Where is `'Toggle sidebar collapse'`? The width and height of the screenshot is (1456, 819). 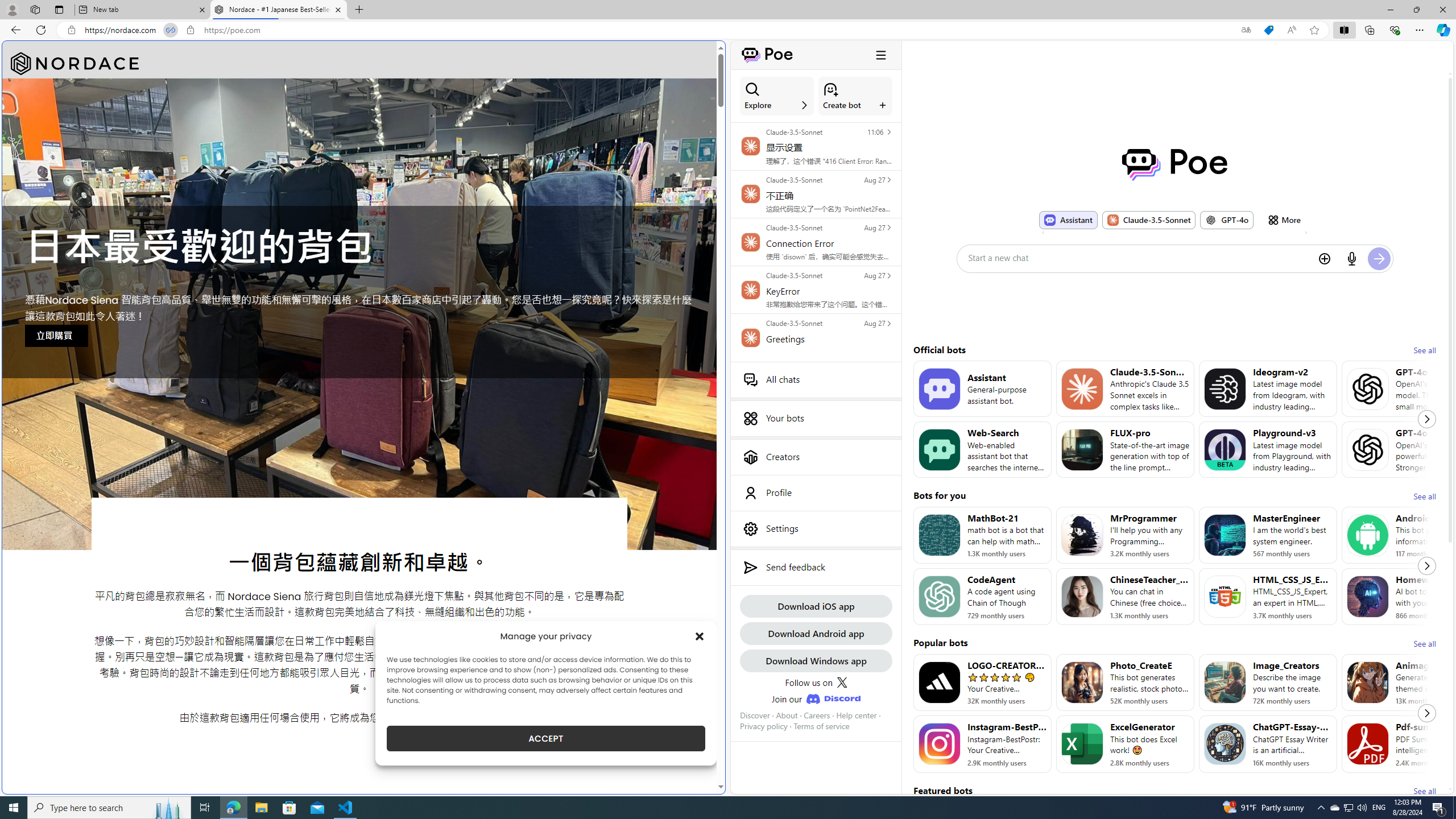 'Toggle sidebar collapse' is located at coordinates (880, 54).